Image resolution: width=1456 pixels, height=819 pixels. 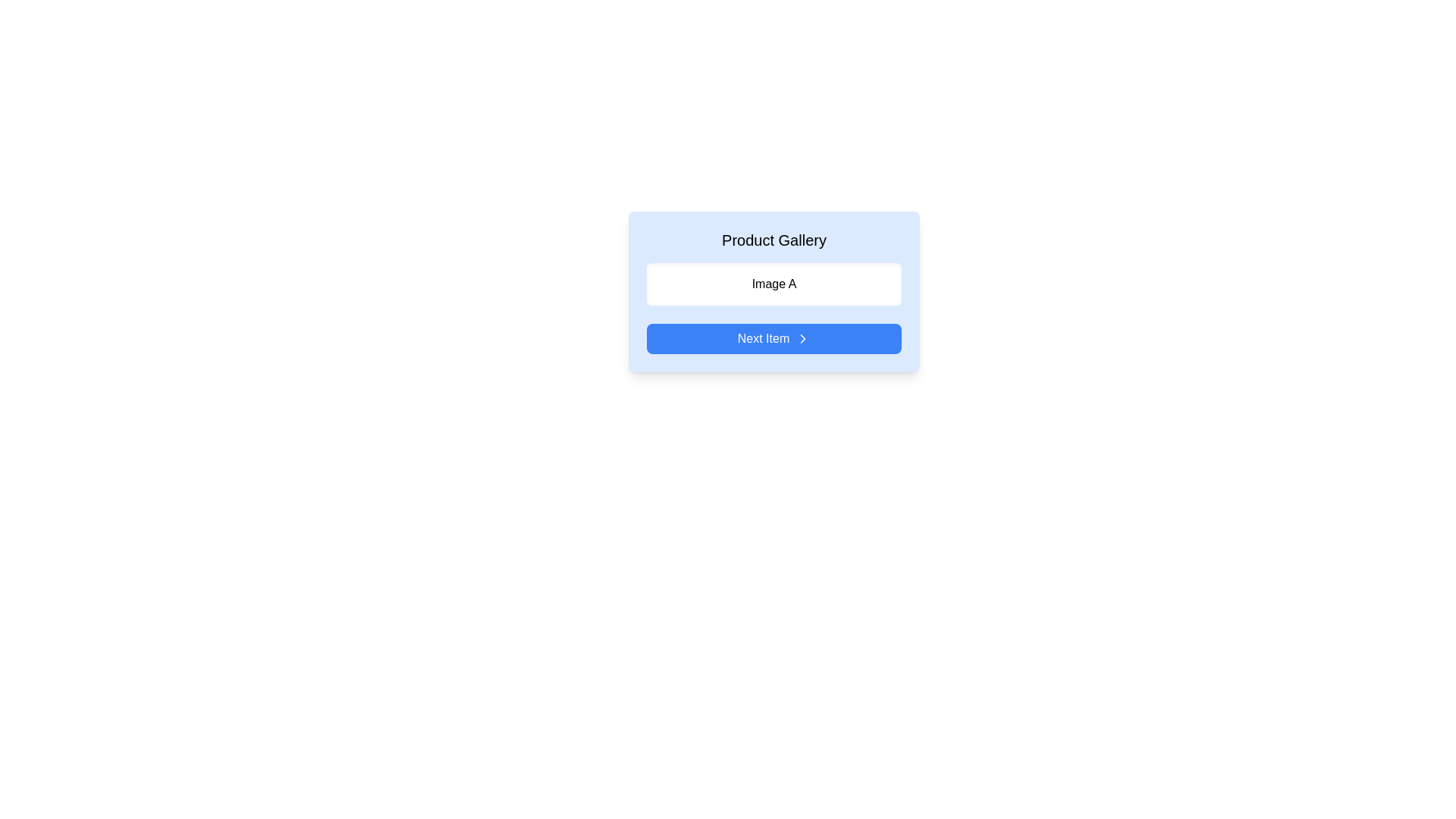 I want to click on the rightward-pointing chevron icon located at the end of the 'Next Item' blue button, so click(x=802, y=337).